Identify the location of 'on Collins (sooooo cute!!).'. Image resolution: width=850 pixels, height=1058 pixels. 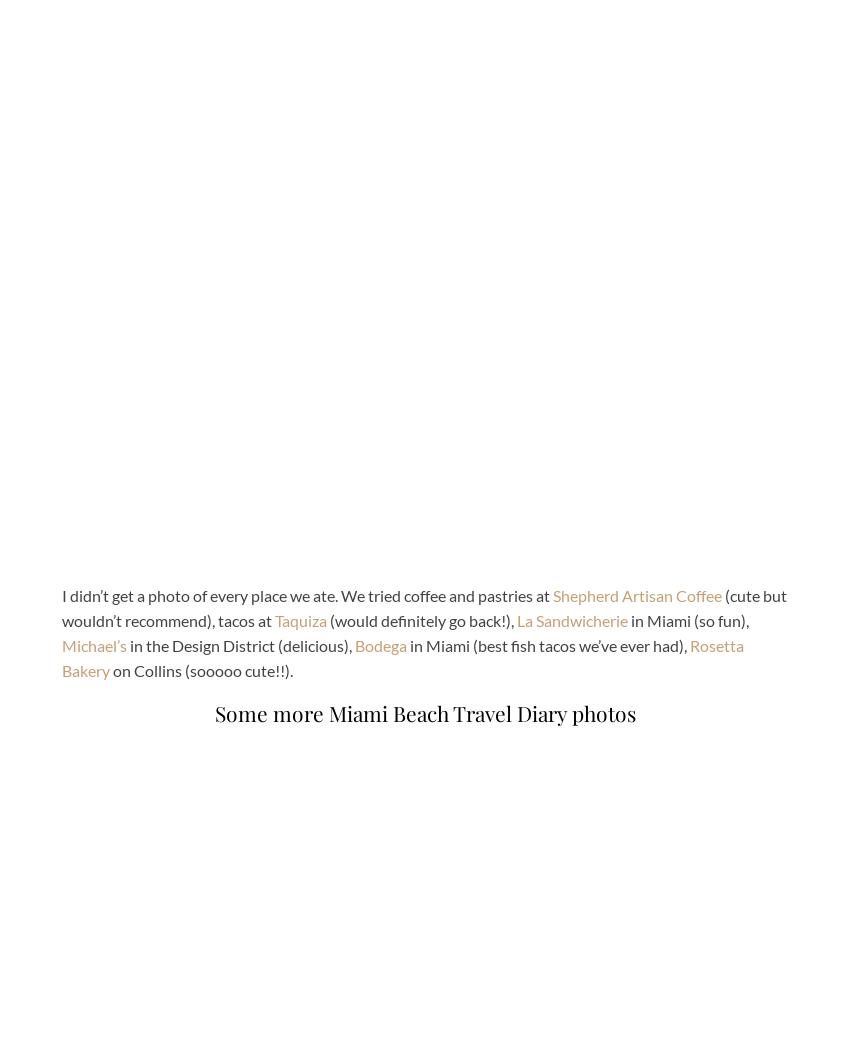
(200, 669).